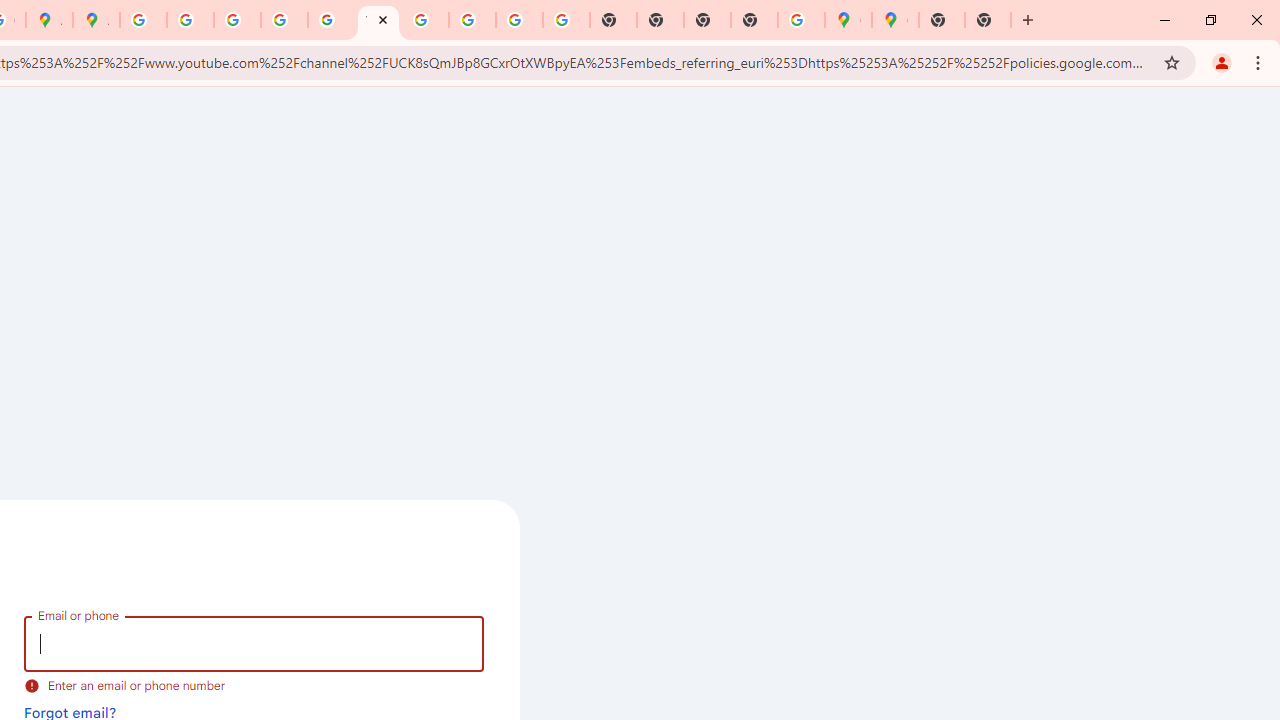 This screenshot has height=720, width=1280. I want to click on 'YouTube', so click(378, 20).